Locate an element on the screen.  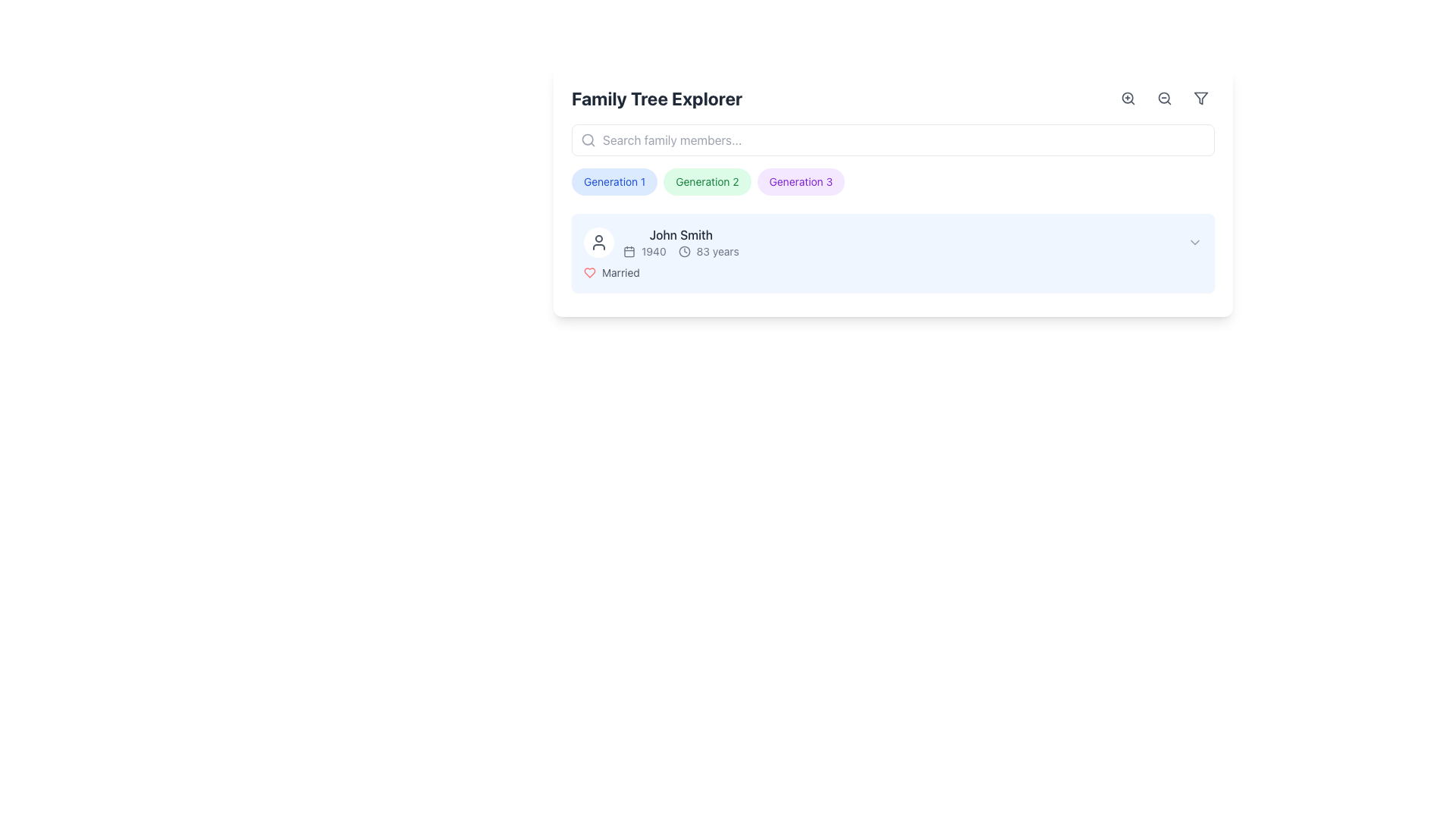
text label displaying 'Married', which is styled in gray and located next to a red heart icon in the family tree interface is located at coordinates (620, 271).